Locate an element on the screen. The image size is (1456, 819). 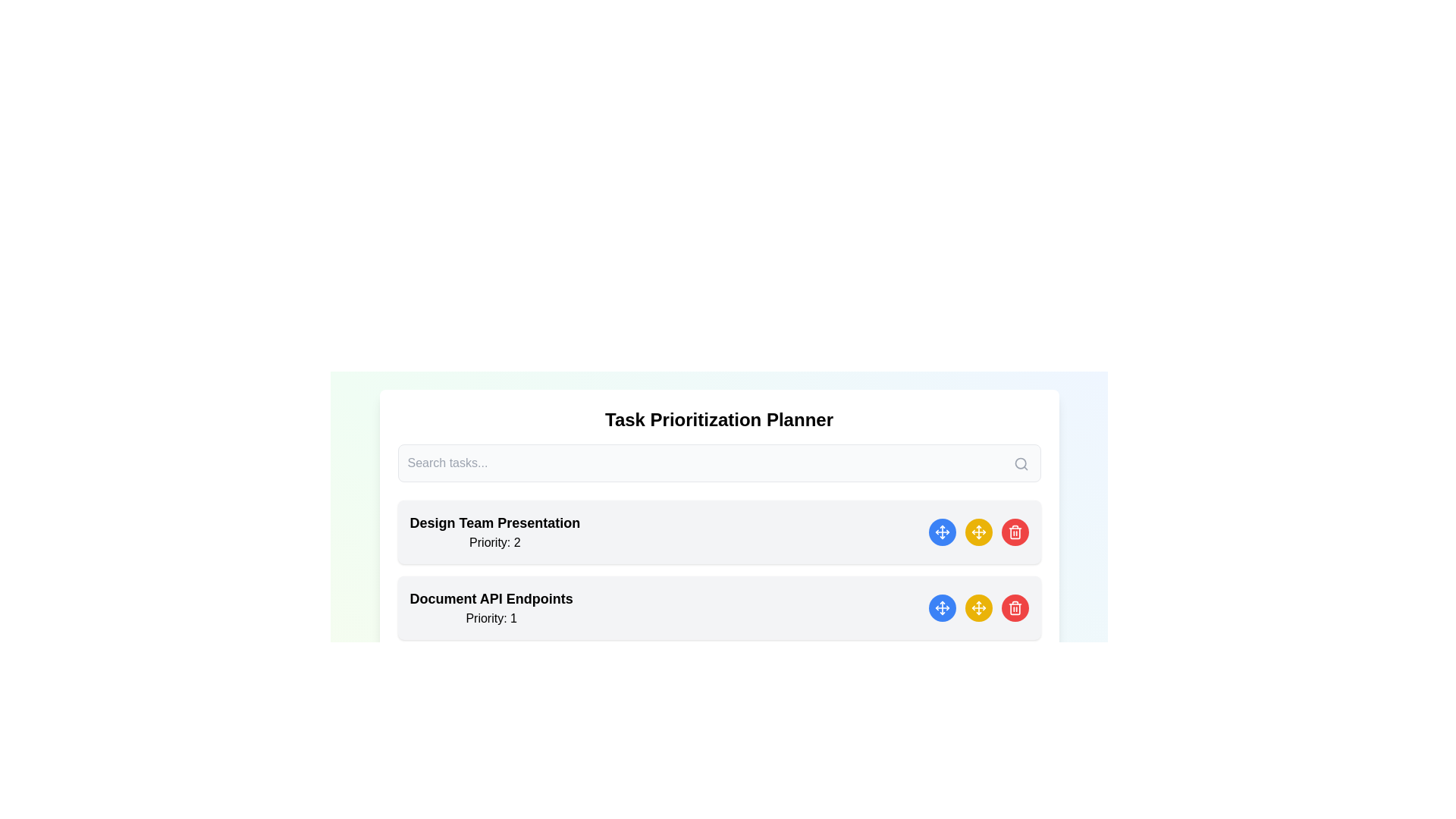
the static text display showing 'Document API Endpoints' and 'Priority: 1', which is the second entry in a vertically stacked list is located at coordinates (491, 607).